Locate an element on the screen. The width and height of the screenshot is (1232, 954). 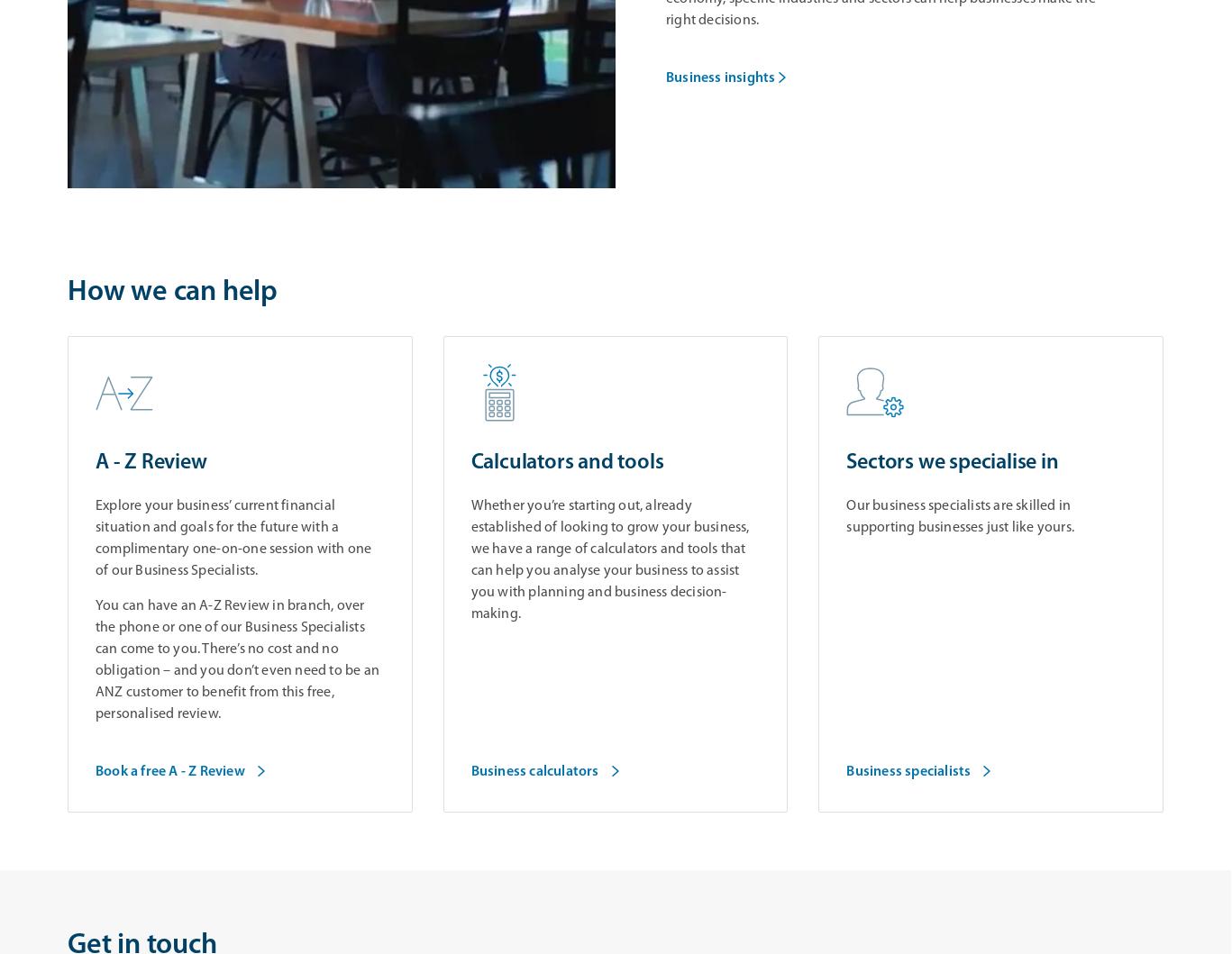
'Explore your business’ current financial situation and goals for the future with a complimentary one-on-one session with one of our Business Specialists.' is located at coordinates (95, 538).